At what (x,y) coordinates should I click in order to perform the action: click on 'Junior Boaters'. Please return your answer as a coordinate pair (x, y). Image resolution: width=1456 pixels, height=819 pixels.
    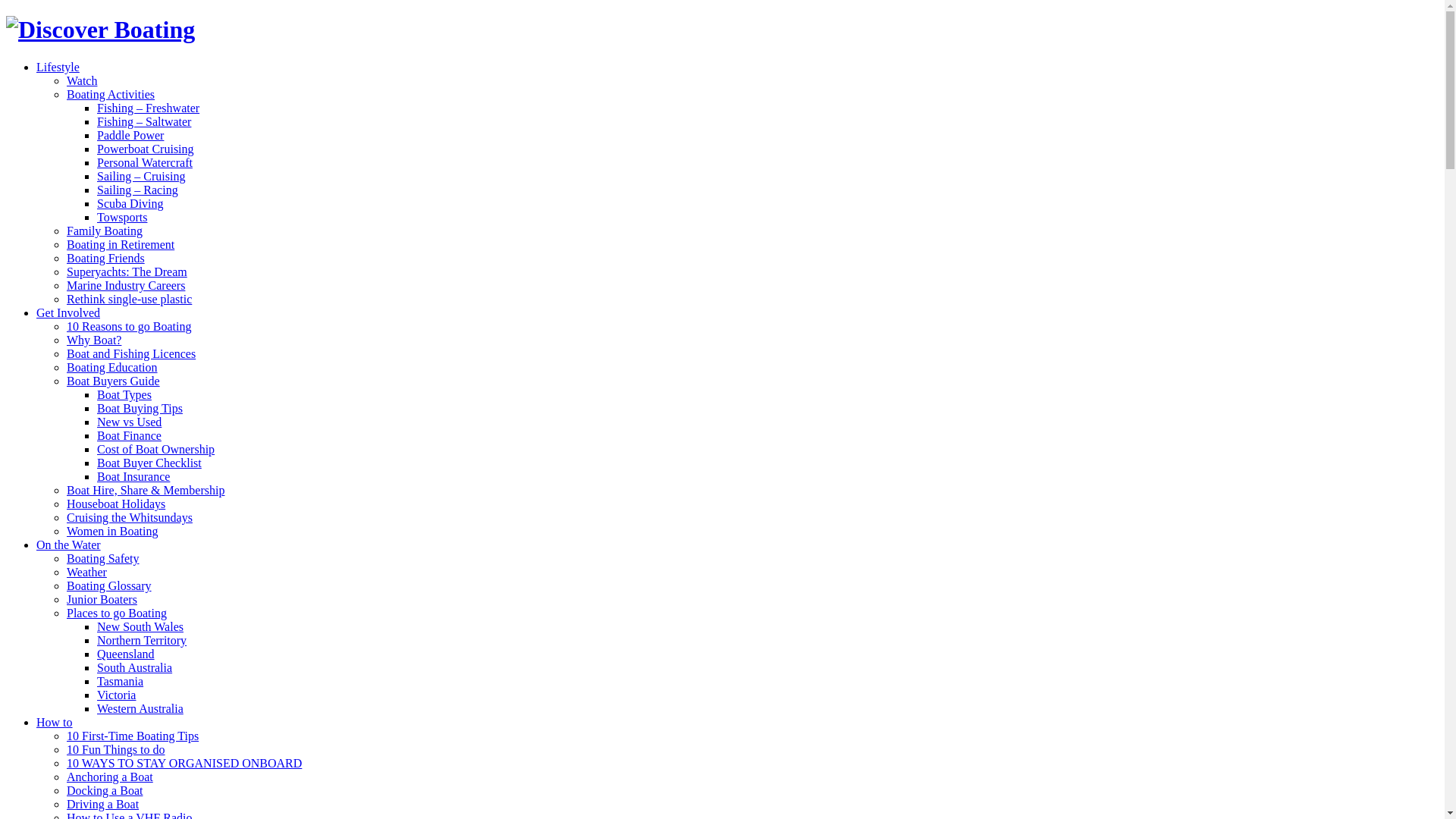
    Looking at the image, I should click on (101, 598).